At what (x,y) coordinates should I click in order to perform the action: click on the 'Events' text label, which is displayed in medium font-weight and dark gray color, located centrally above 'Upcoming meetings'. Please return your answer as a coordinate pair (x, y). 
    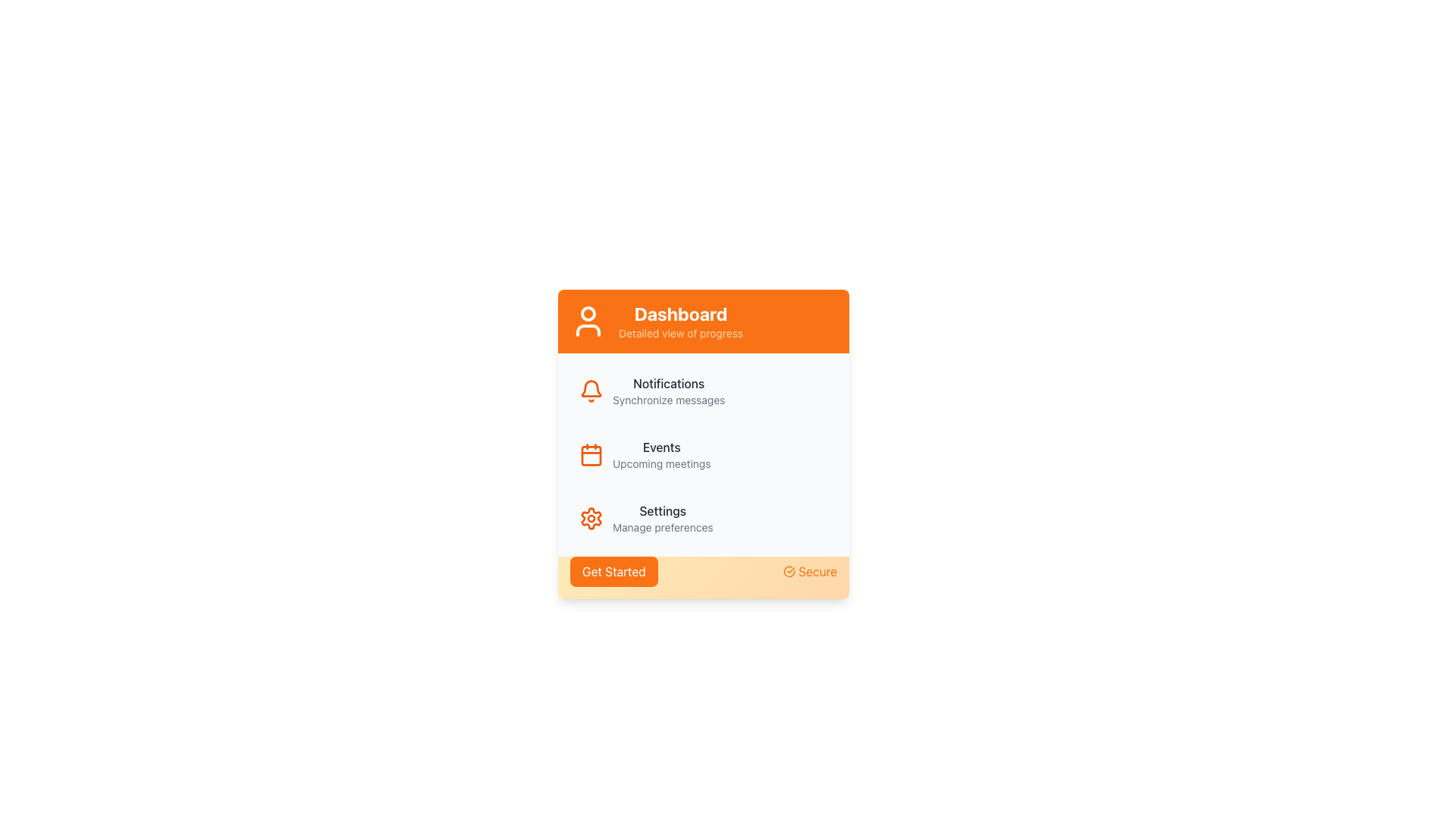
    Looking at the image, I should click on (661, 447).